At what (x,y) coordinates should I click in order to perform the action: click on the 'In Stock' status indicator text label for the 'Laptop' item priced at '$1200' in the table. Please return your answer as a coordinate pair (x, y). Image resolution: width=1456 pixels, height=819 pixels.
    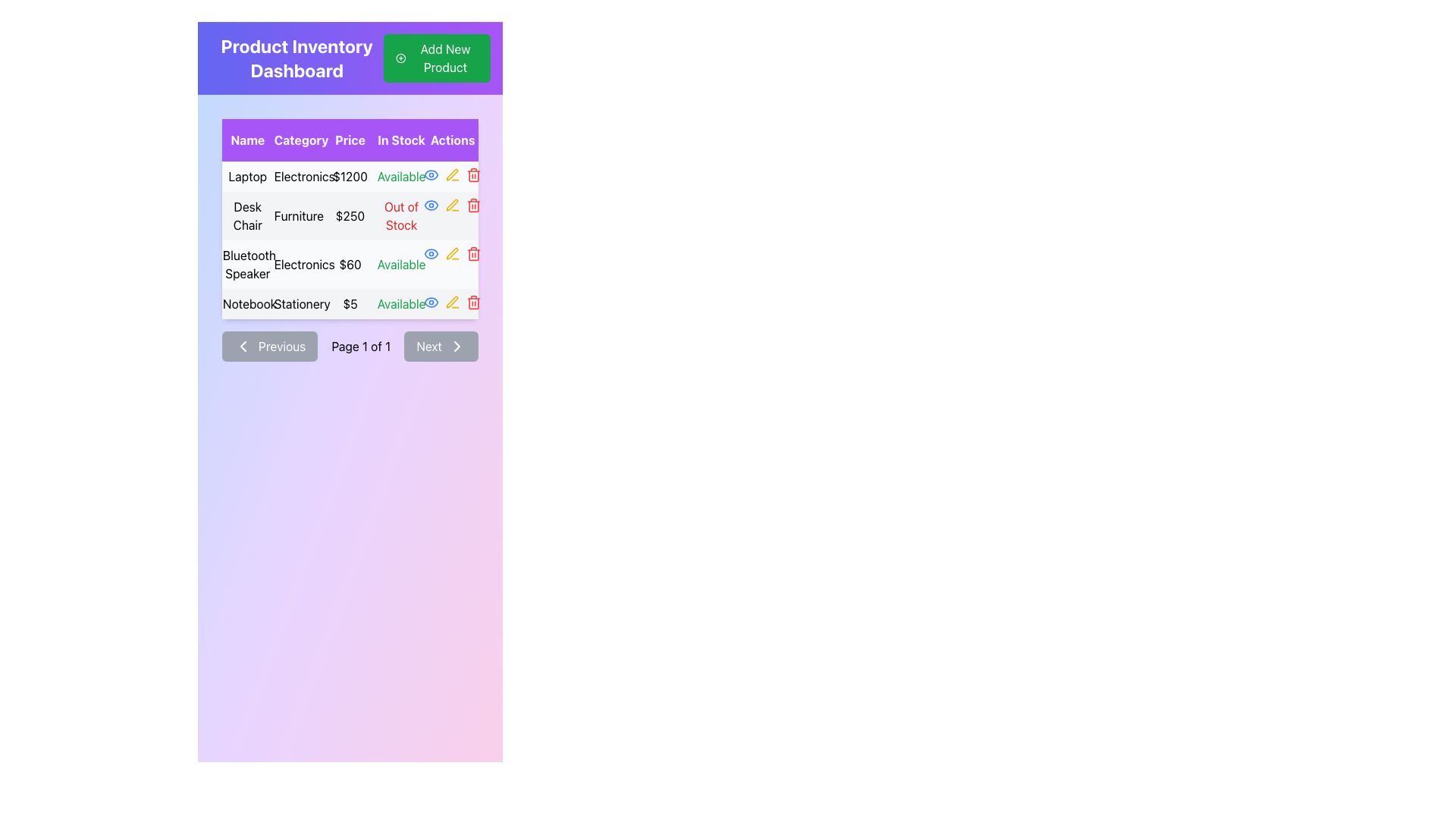
    Looking at the image, I should click on (401, 175).